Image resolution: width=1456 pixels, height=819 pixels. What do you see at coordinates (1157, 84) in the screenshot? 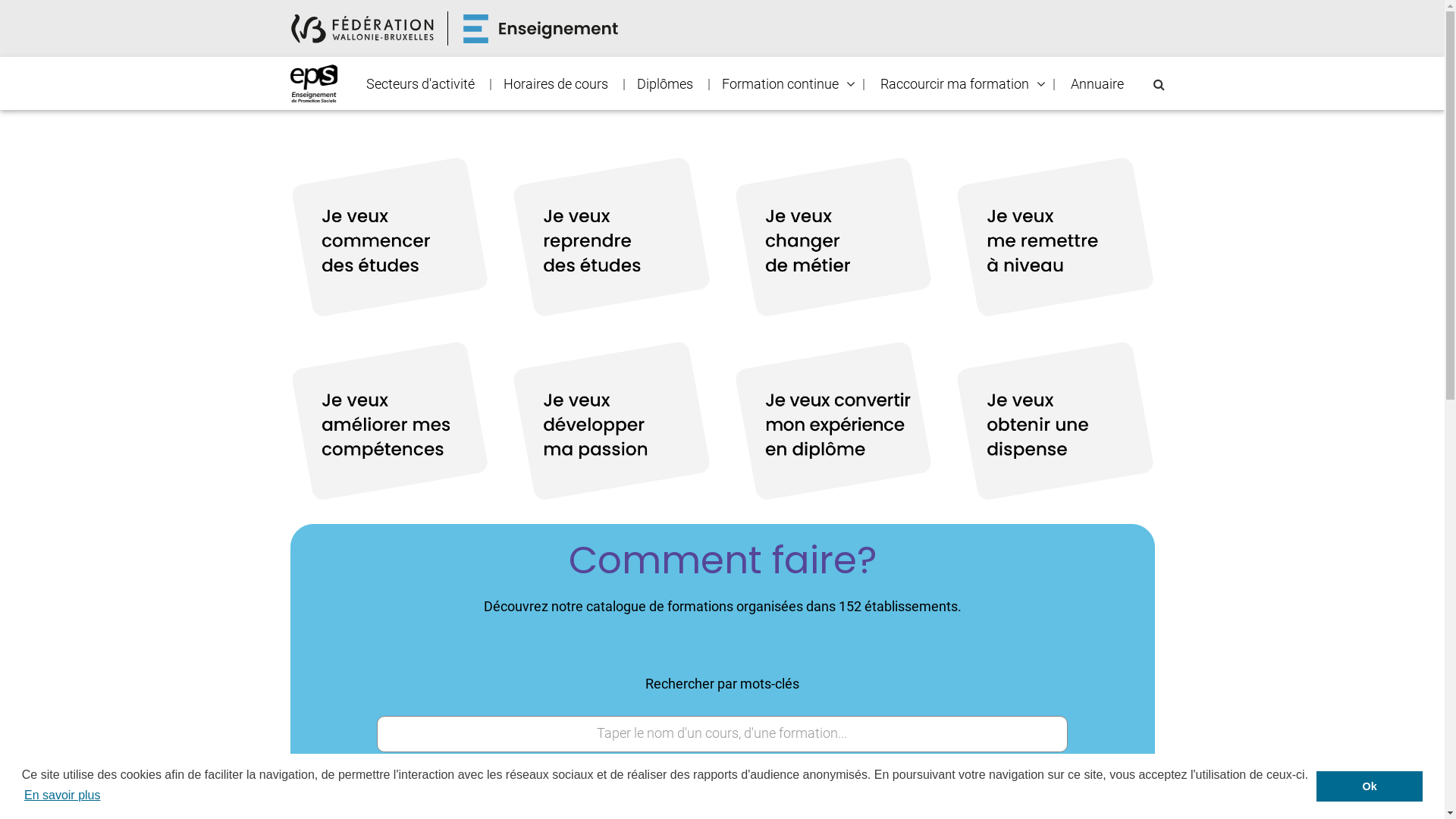
I see `'Rechercher sur le site'` at bounding box center [1157, 84].